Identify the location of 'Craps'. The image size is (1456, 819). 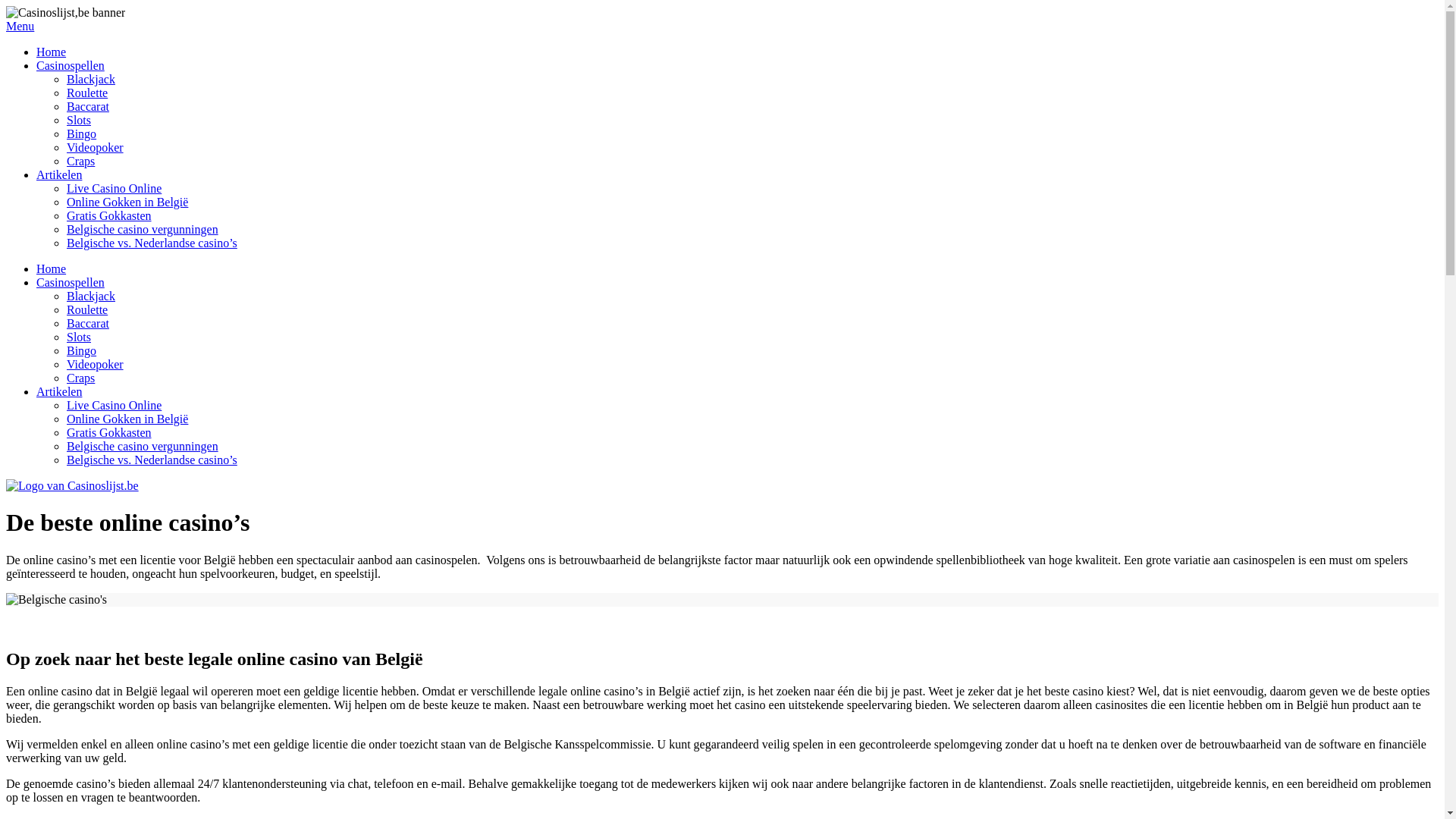
(65, 377).